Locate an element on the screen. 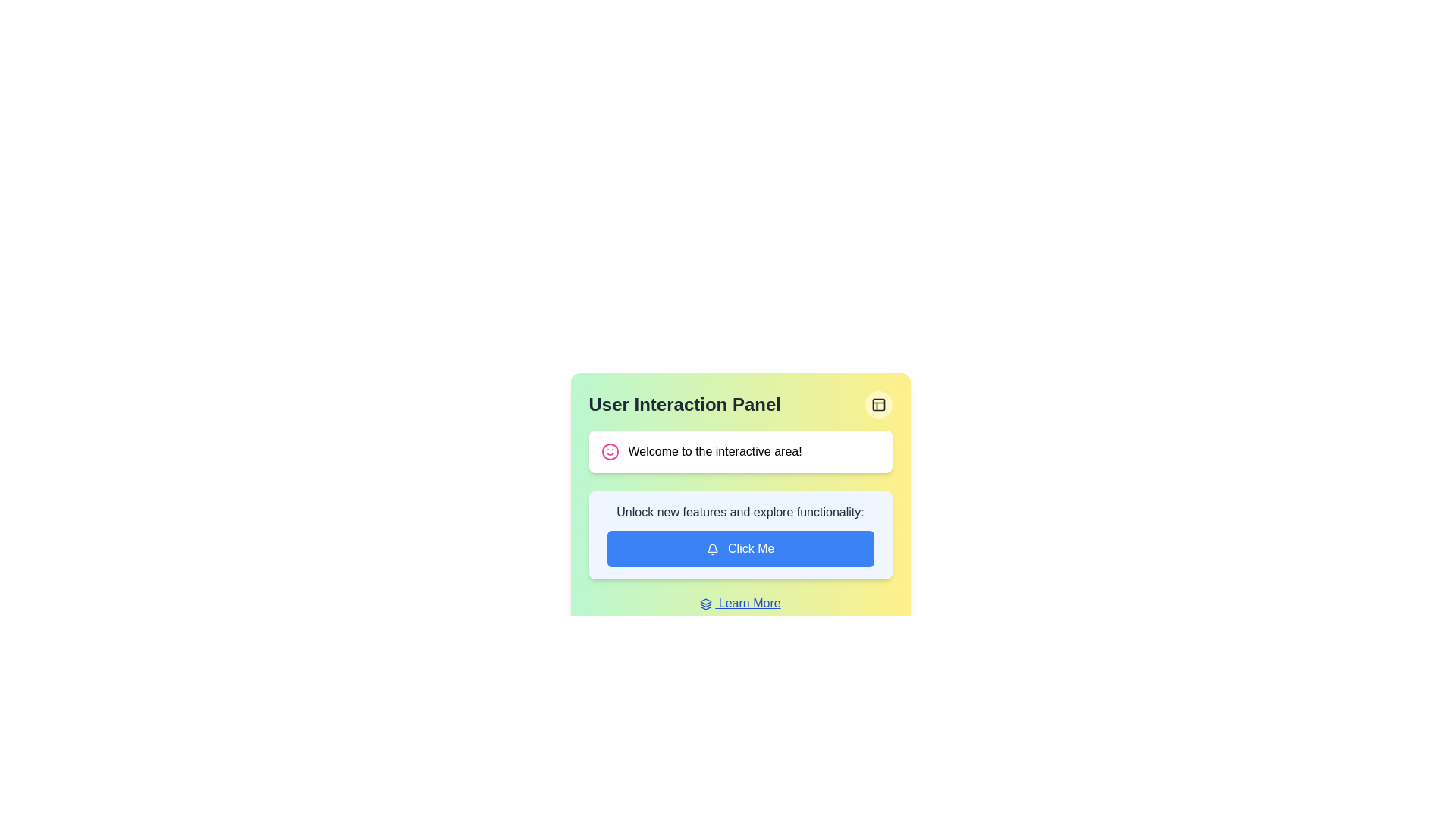 The image size is (1456, 819). the 'Learn More' hyperlink styled as a button located at the bottom center of the 'User Interaction Panel' is located at coordinates (740, 602).